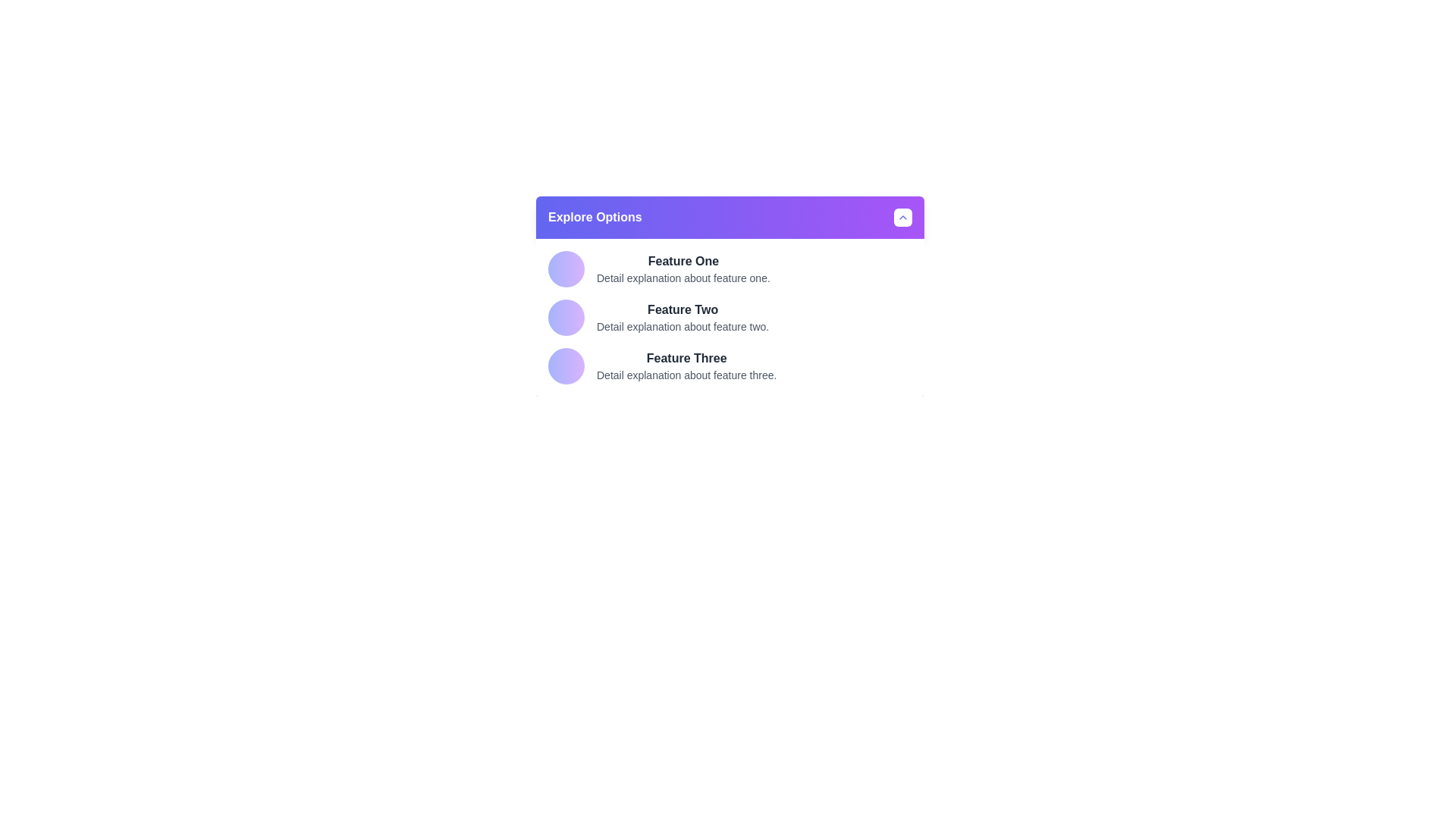 This screenshot has width=1456, height=819. Describe the element at coordinates (682, 326) in the screenshot. I see `the text label reading 'Detail explanation about feature two.' which is styled in a smaller font size with a light gray color and located beneath the title 'Feature Two'` at that location.